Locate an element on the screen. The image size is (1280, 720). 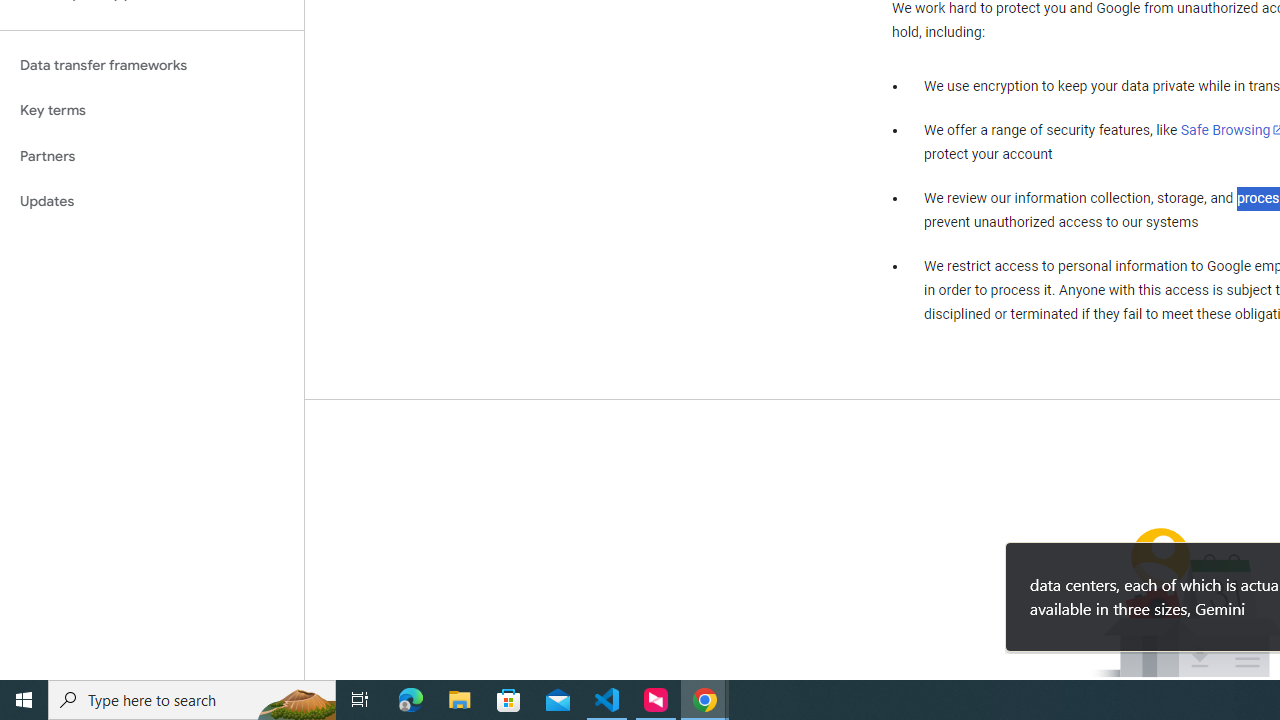
'Key terms' is located at coordinates (151, 110).